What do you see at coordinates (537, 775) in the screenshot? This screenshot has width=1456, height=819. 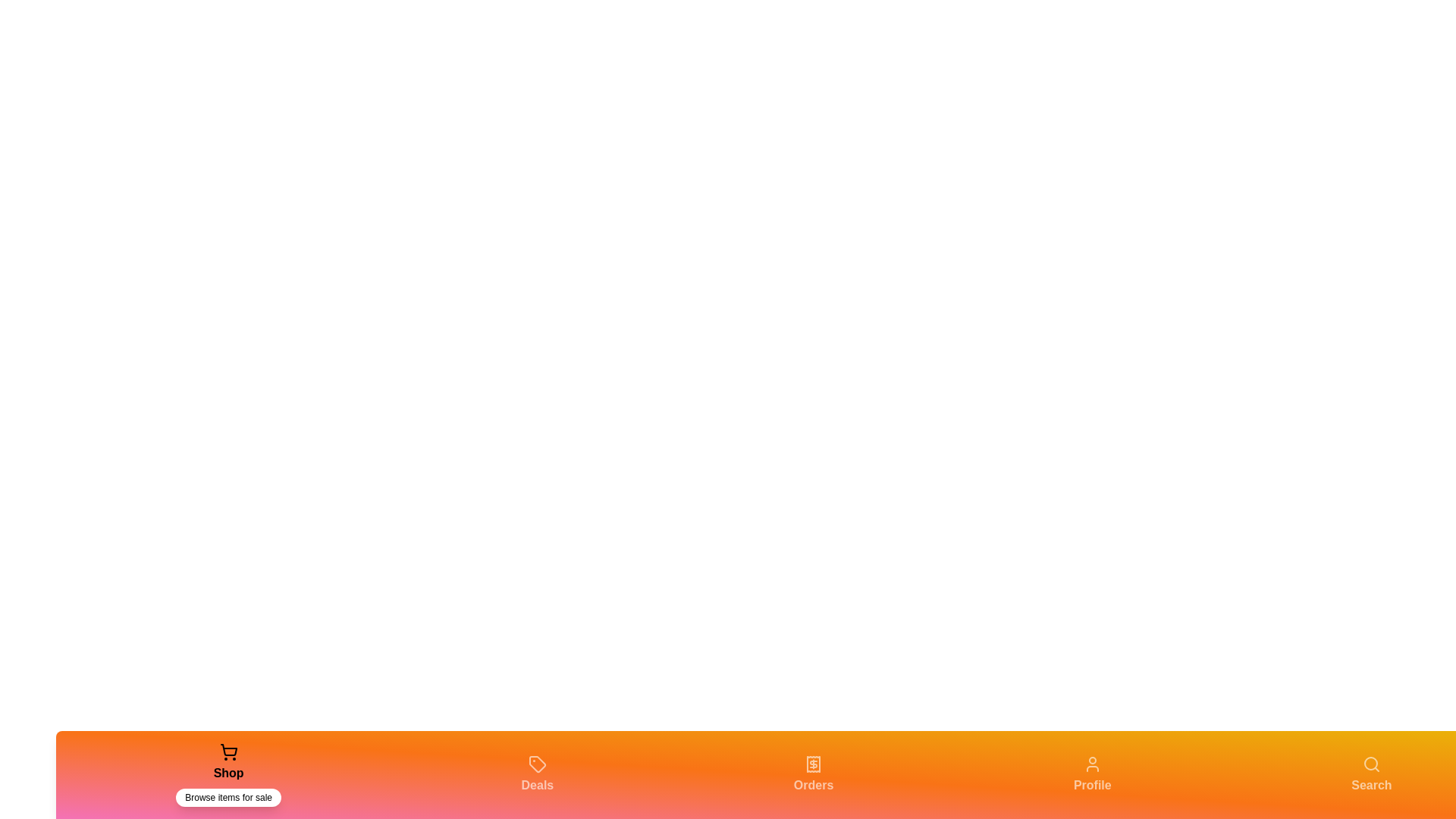 I see `the tab labeled 'Deals' to view its description` at bounding box center [537, 775].